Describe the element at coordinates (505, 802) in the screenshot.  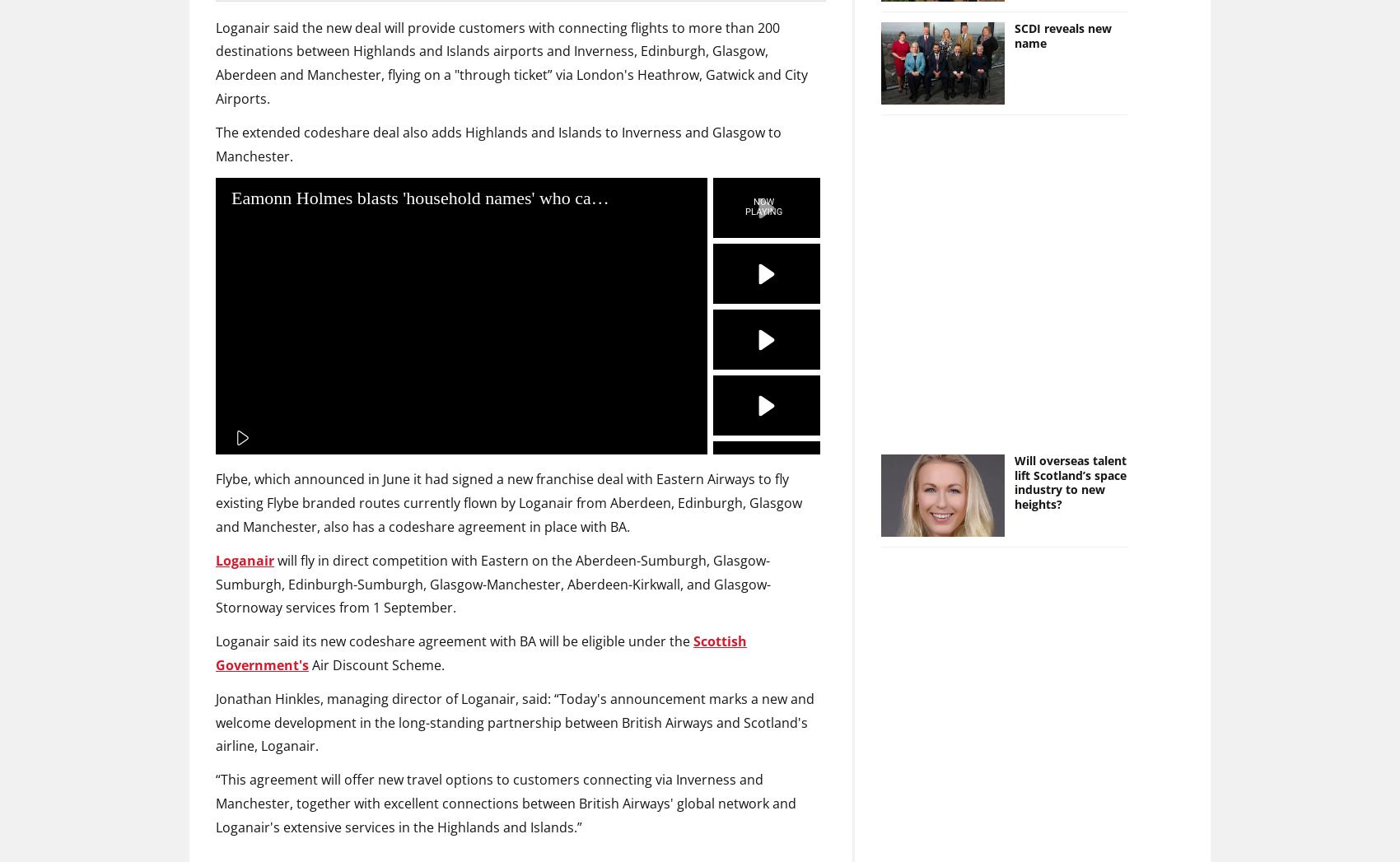
I see `'“This agreement will offer new travel options to customers connecting via Inverness and Manchester, together with excellent connections between British Airways' global network and Loganair's extensive services in the Highlands and Islands.”'` at that location.